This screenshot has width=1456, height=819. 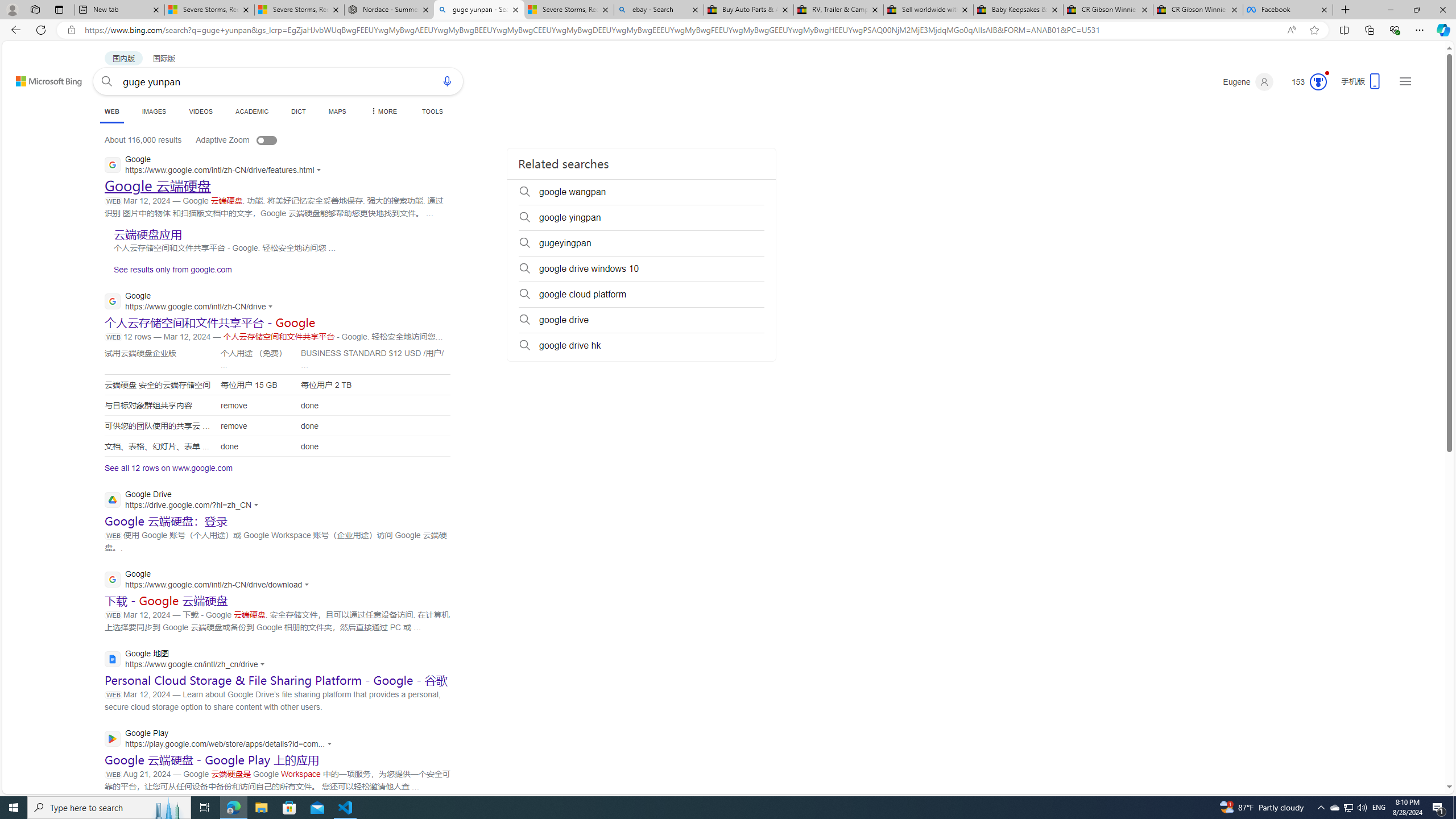 I want to click on 'Buy Auto Parts & Accessories | eBay', so click(x=747, y=9).